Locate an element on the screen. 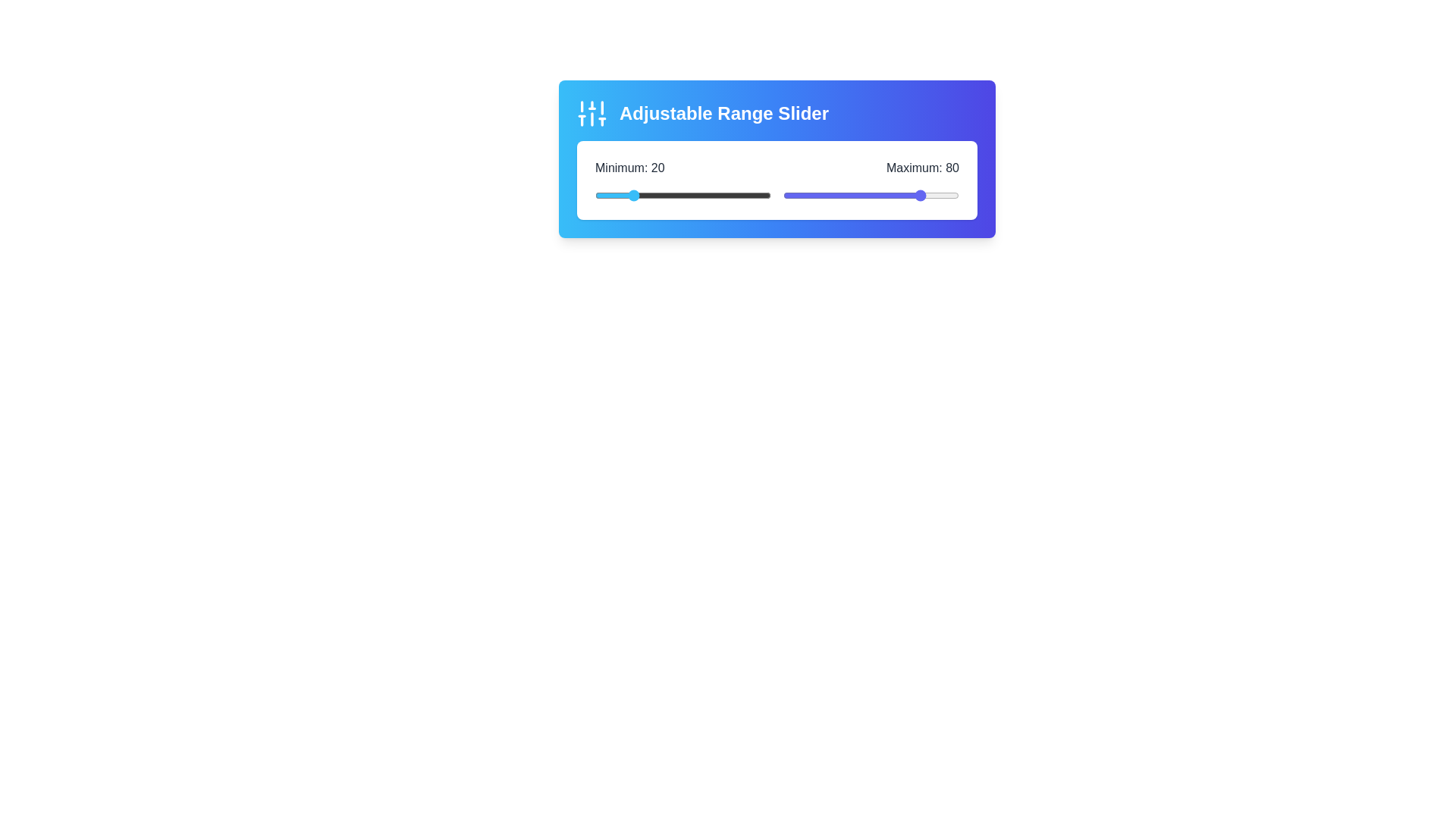  the slider is located at coordinates (868, 195).